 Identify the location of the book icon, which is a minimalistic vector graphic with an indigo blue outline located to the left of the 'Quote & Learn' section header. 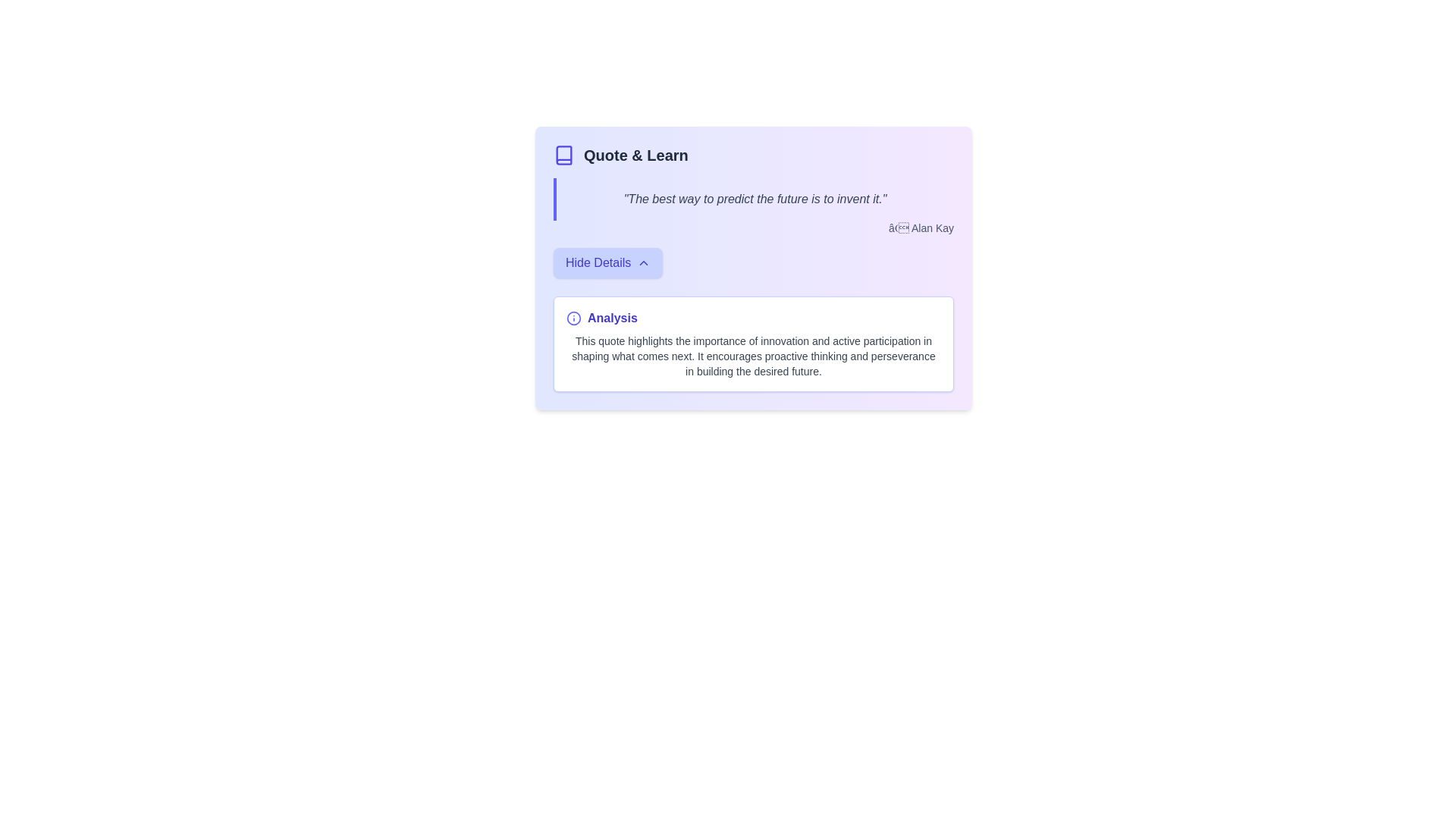
(563, 155).